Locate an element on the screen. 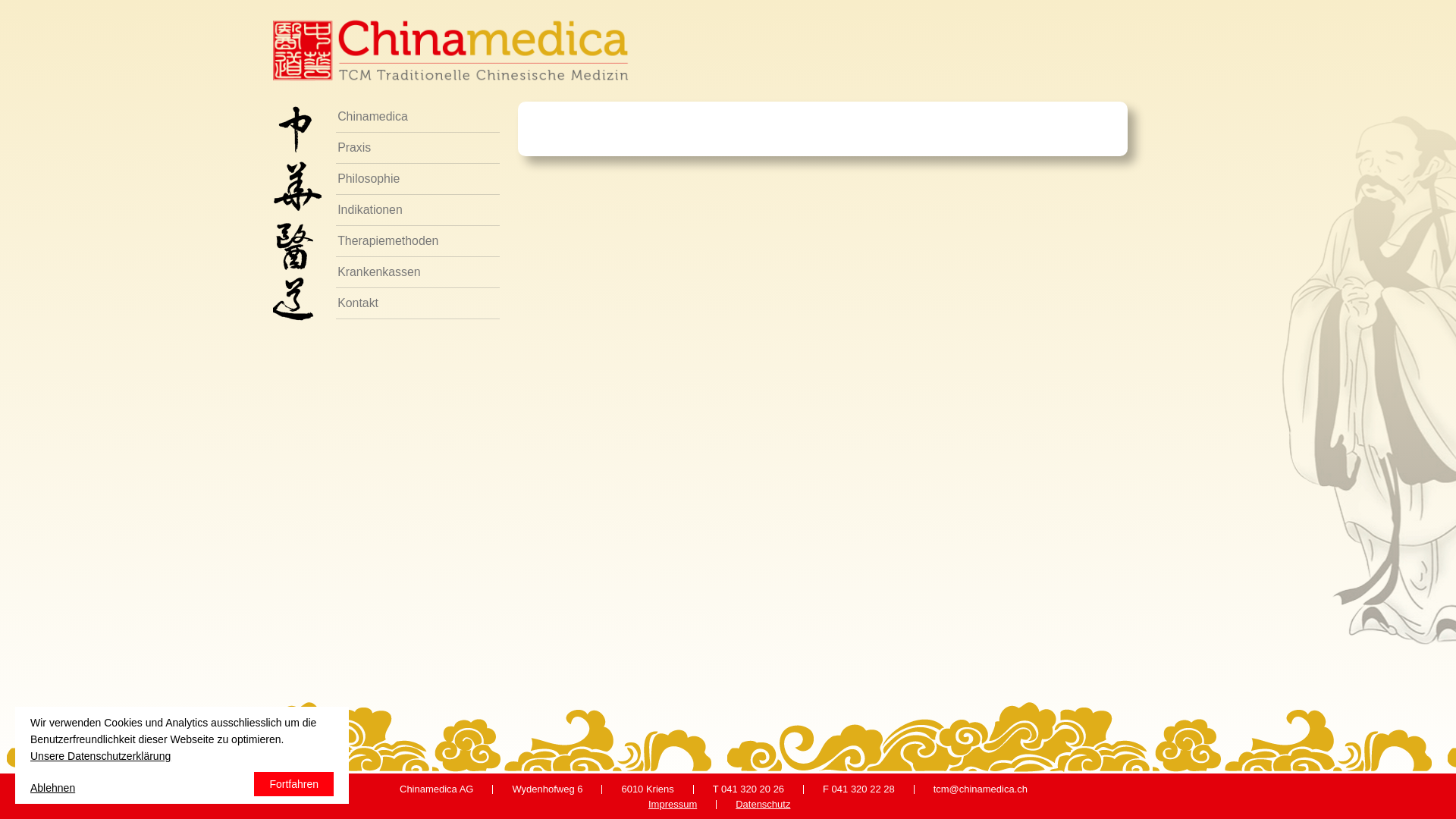  'Datenschutz' is located at coordinates (763, 803).